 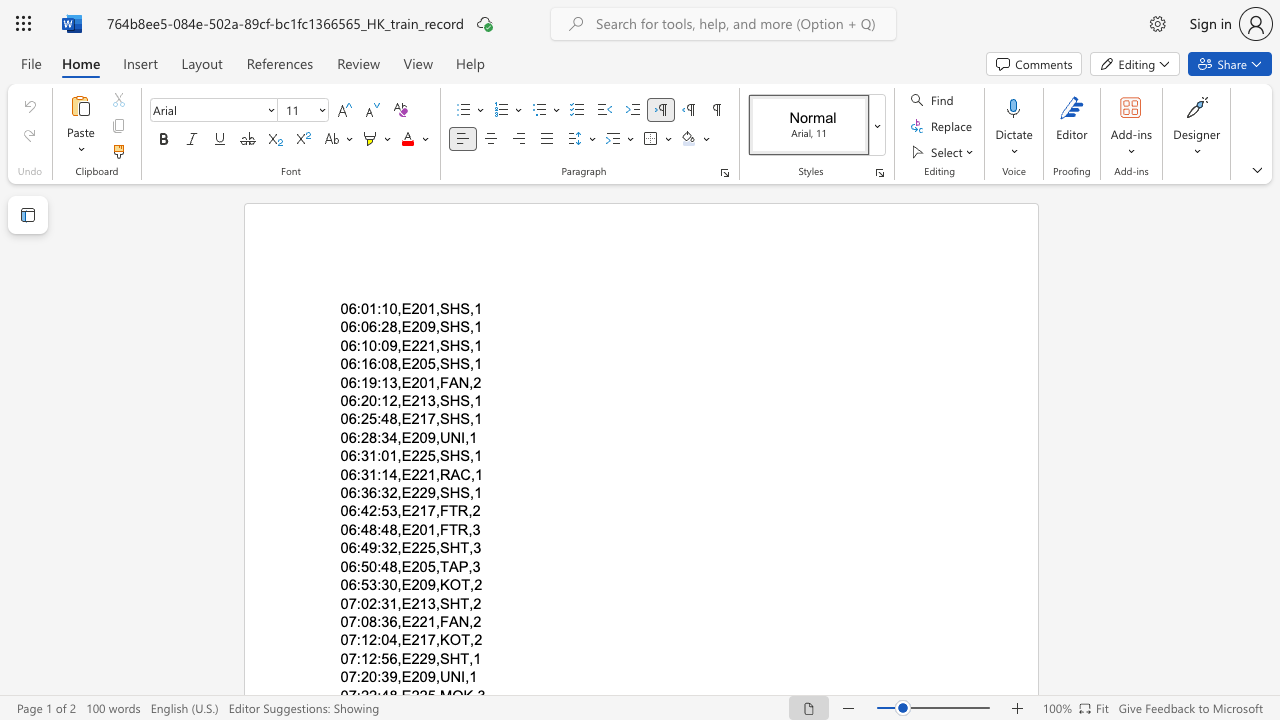 I want to click on the space between the continuous character "5" and "," in the text, so click(x=433, y=548).